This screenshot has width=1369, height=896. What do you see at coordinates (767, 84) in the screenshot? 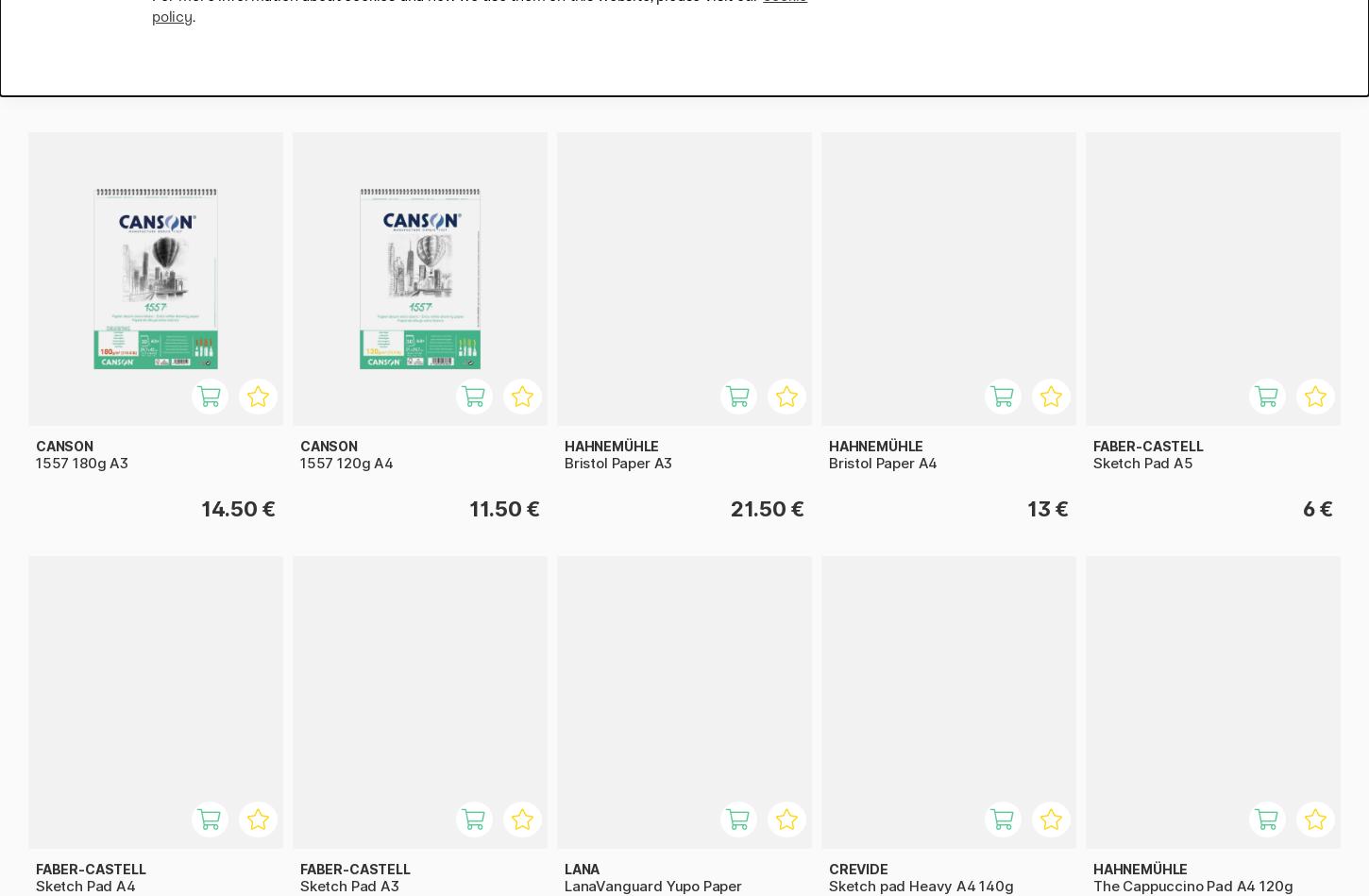
I see `'15.50 €'` at bounding box center [767, 84].